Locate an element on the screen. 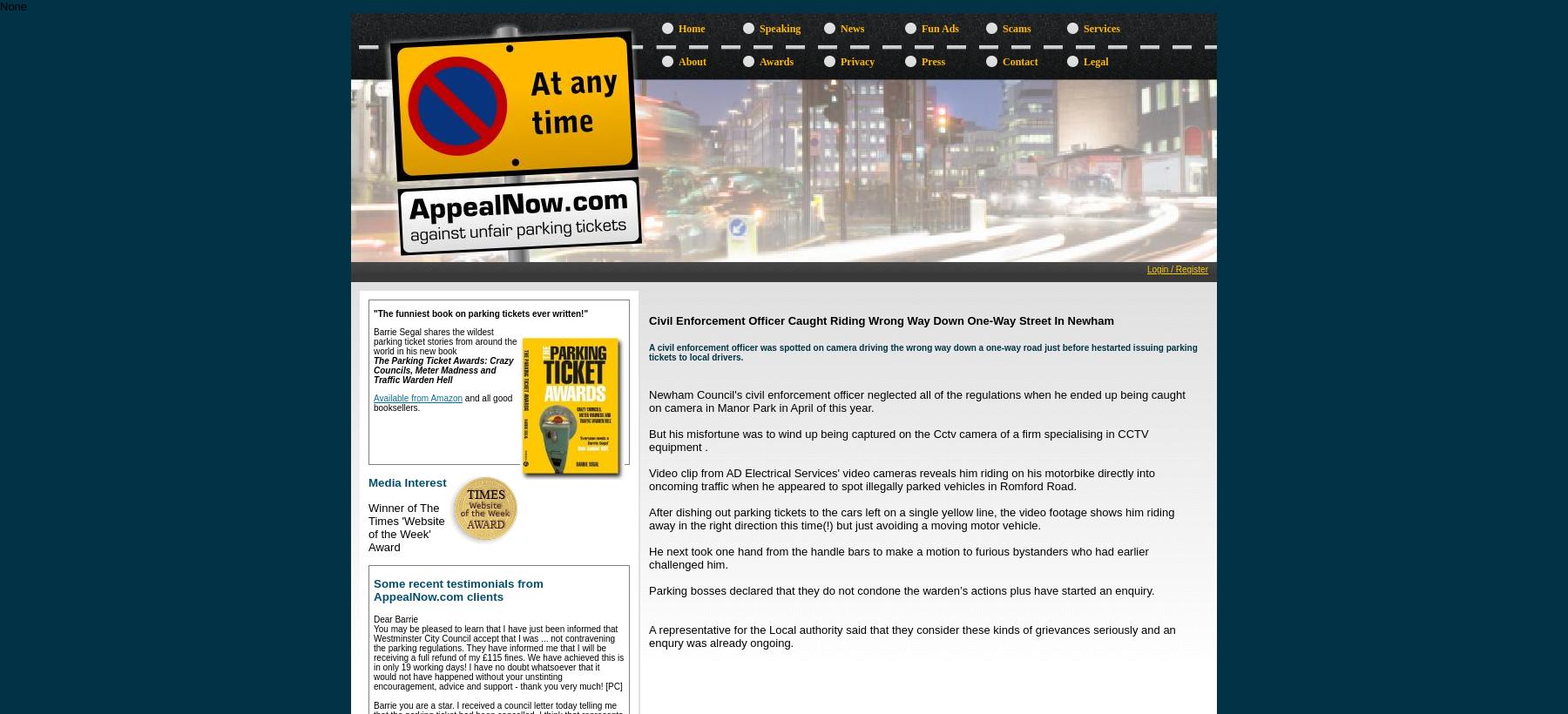  'About' is located at coordinates (693, 62).